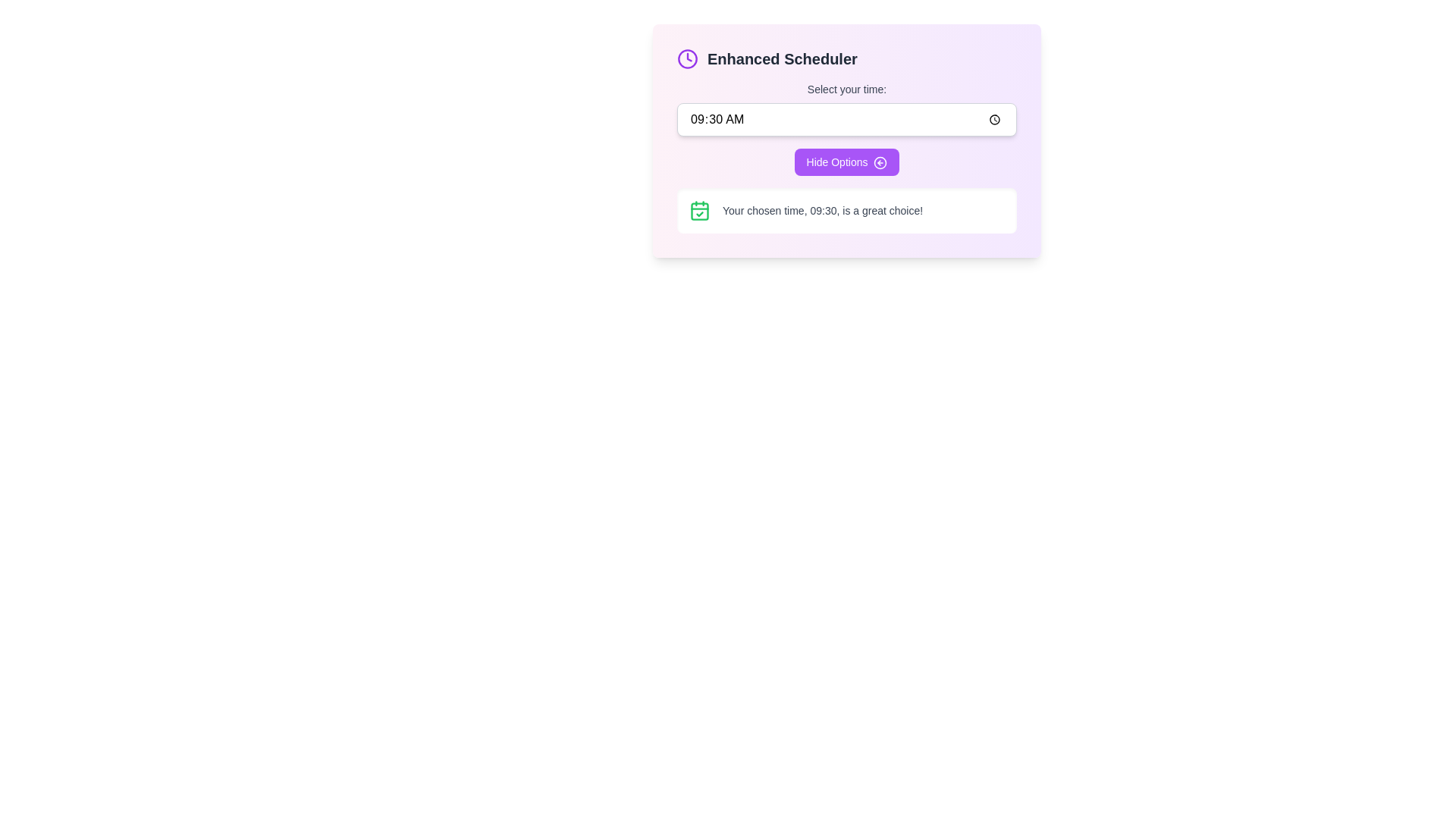 The image size is (1456, 819). Describe the element at coordinates (698, 211) in the screenshot. I see `the calendar icon with a check mark inside, positioned to the left of the text caption` at that location.